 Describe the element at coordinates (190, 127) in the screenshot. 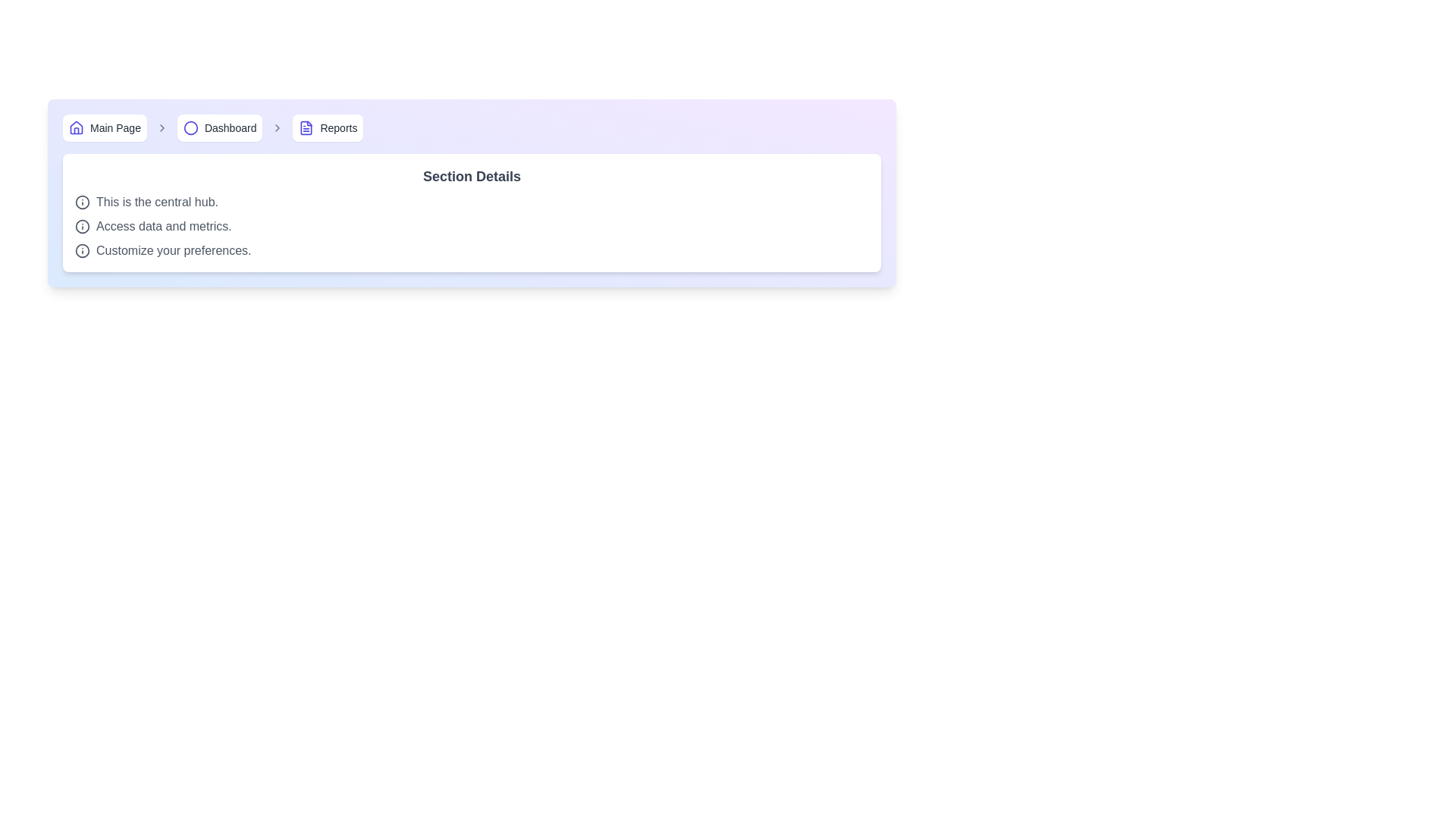

I see `the SVG circle graphic icon associated with the 'Dashboard' navigation item in the breadcrumb structure` at that location.